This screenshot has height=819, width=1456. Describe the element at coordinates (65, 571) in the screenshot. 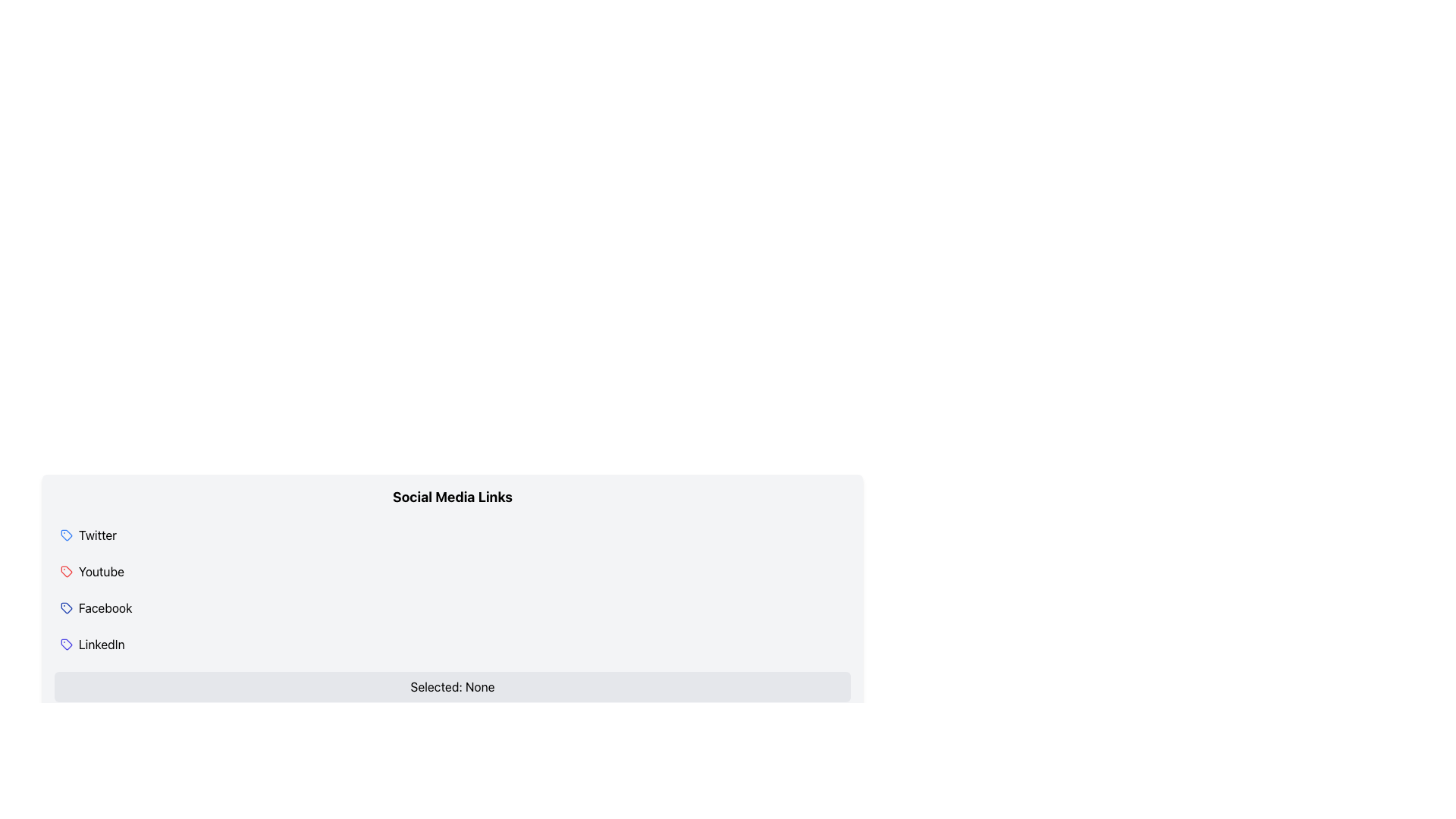

I see `the small red tag-like icon located to the left of the 'Youtube' text in the second list item of social media links` at that location.